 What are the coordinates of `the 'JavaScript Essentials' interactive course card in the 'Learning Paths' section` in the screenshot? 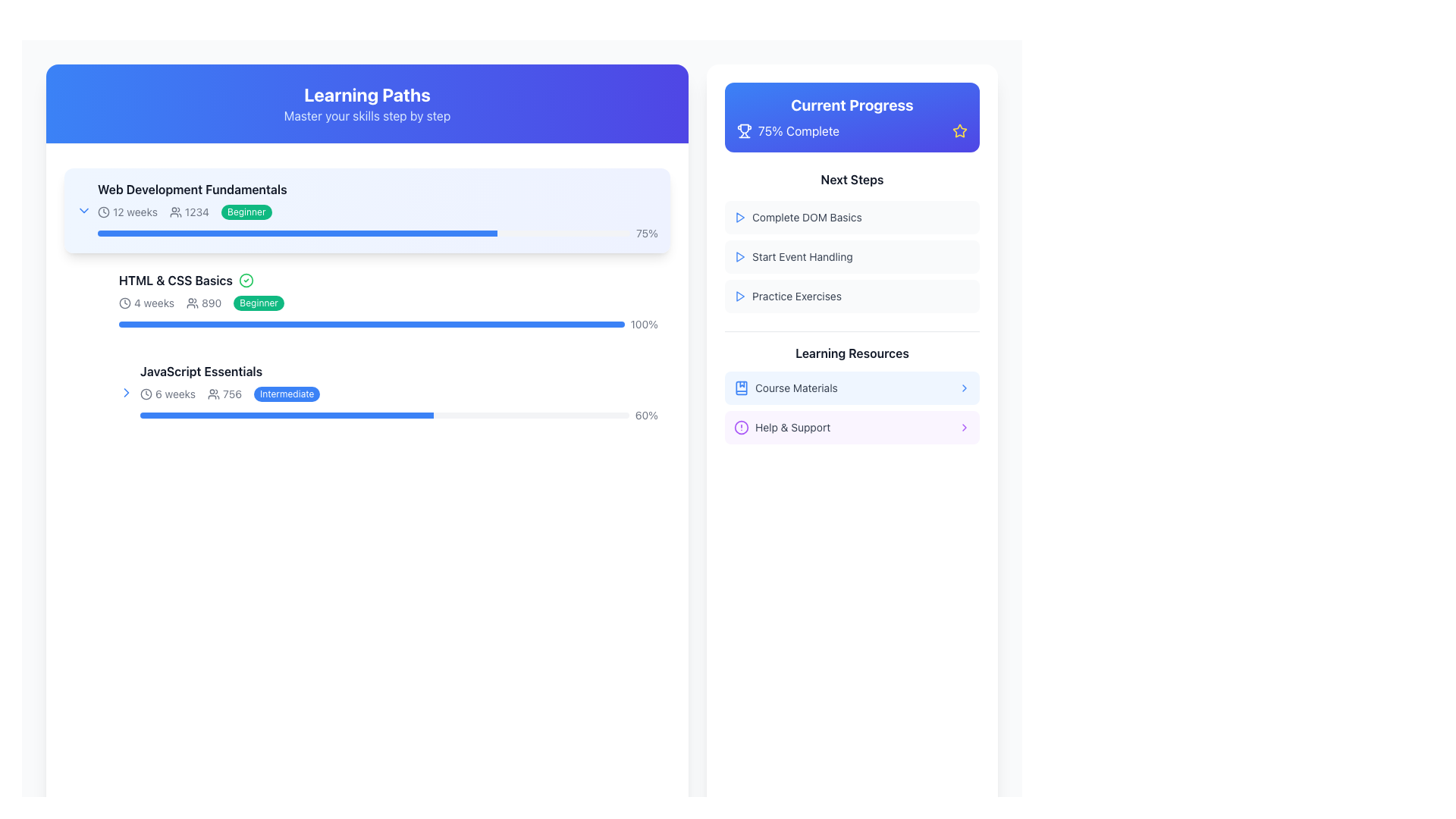 It's located at (388, 391).